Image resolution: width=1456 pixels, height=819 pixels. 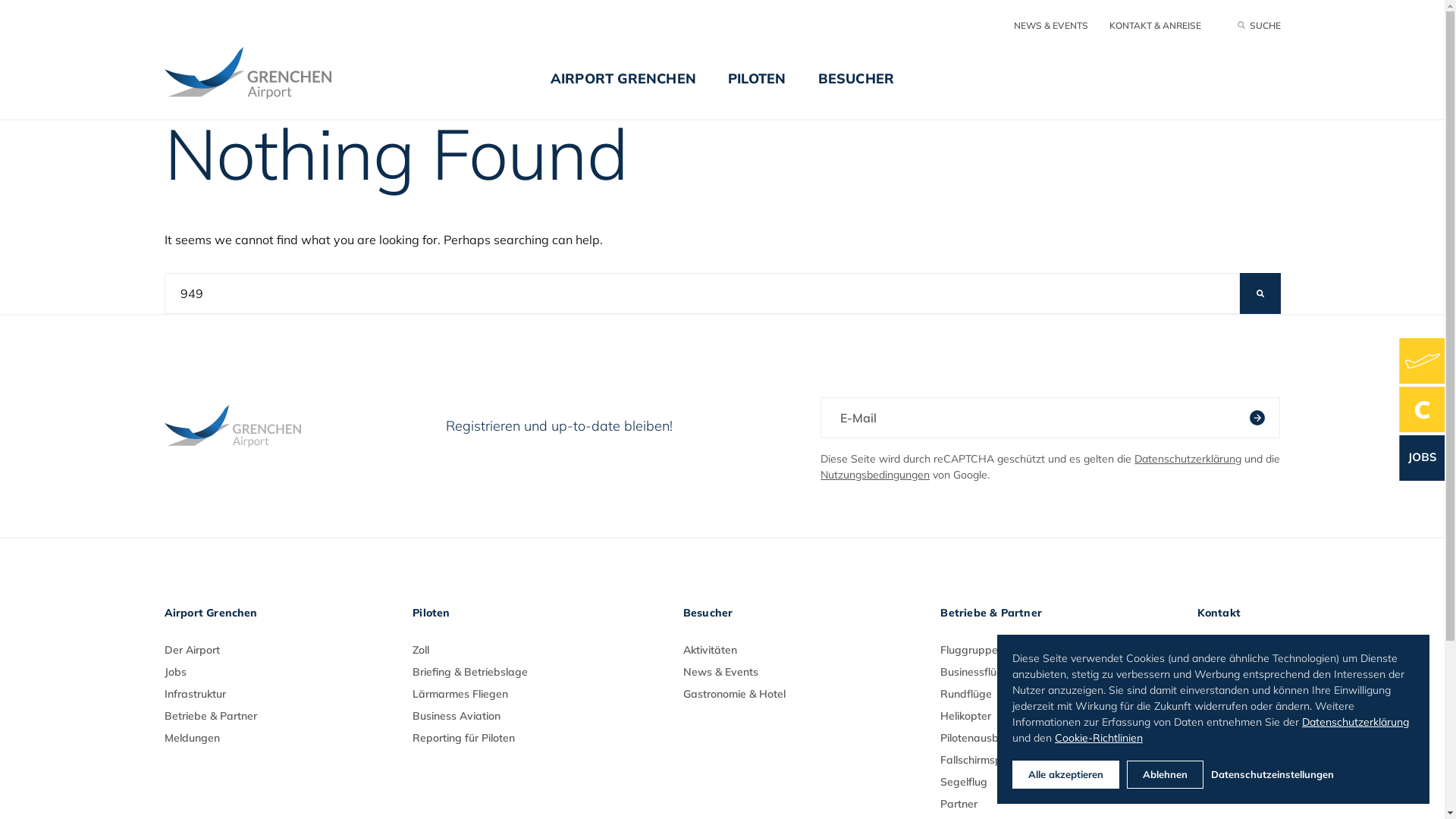 I want to click on 'Betriebe & Partner', so click(x=209, y=716).